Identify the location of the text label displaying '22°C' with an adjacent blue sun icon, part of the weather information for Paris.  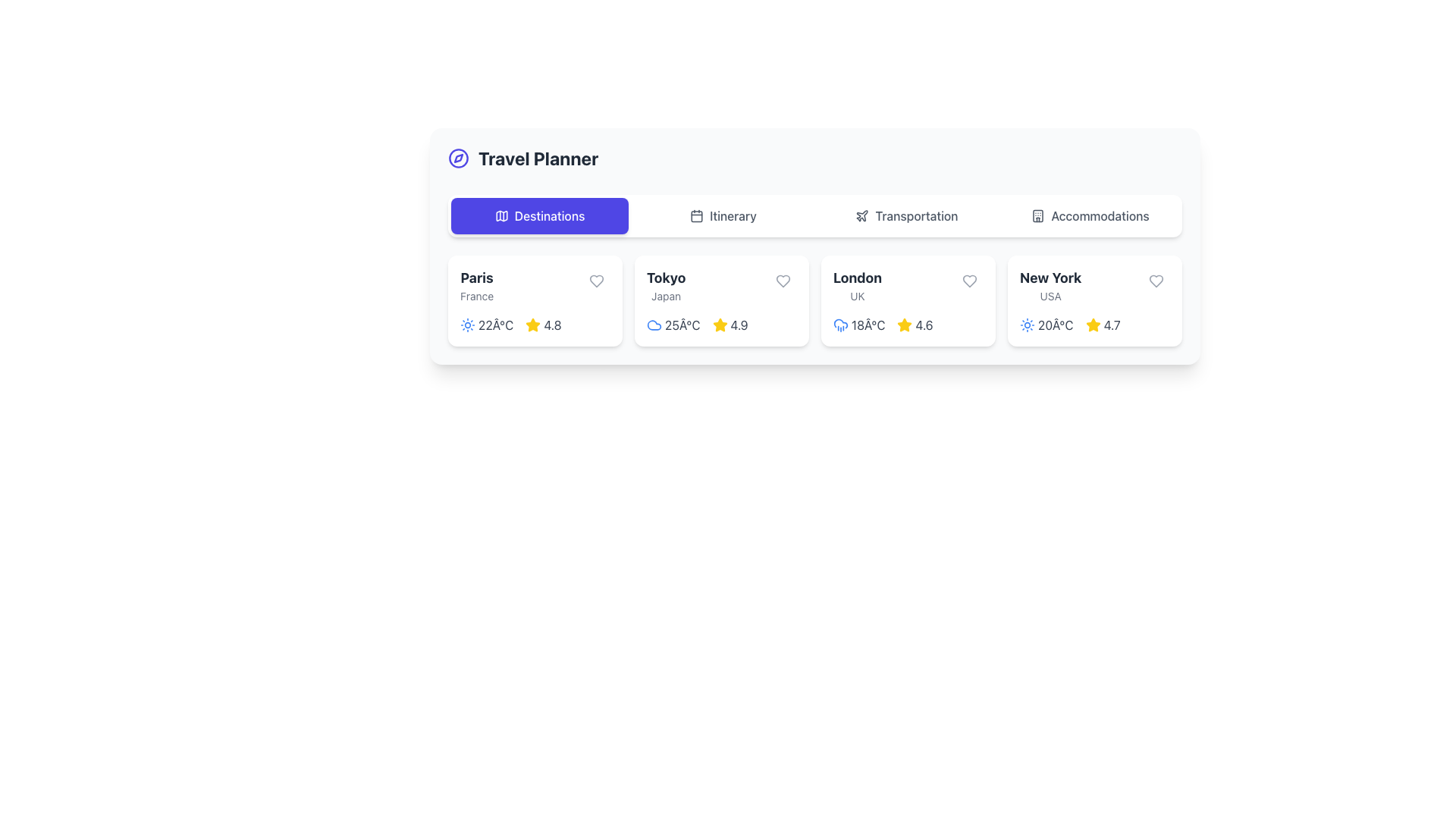
(487, 324).